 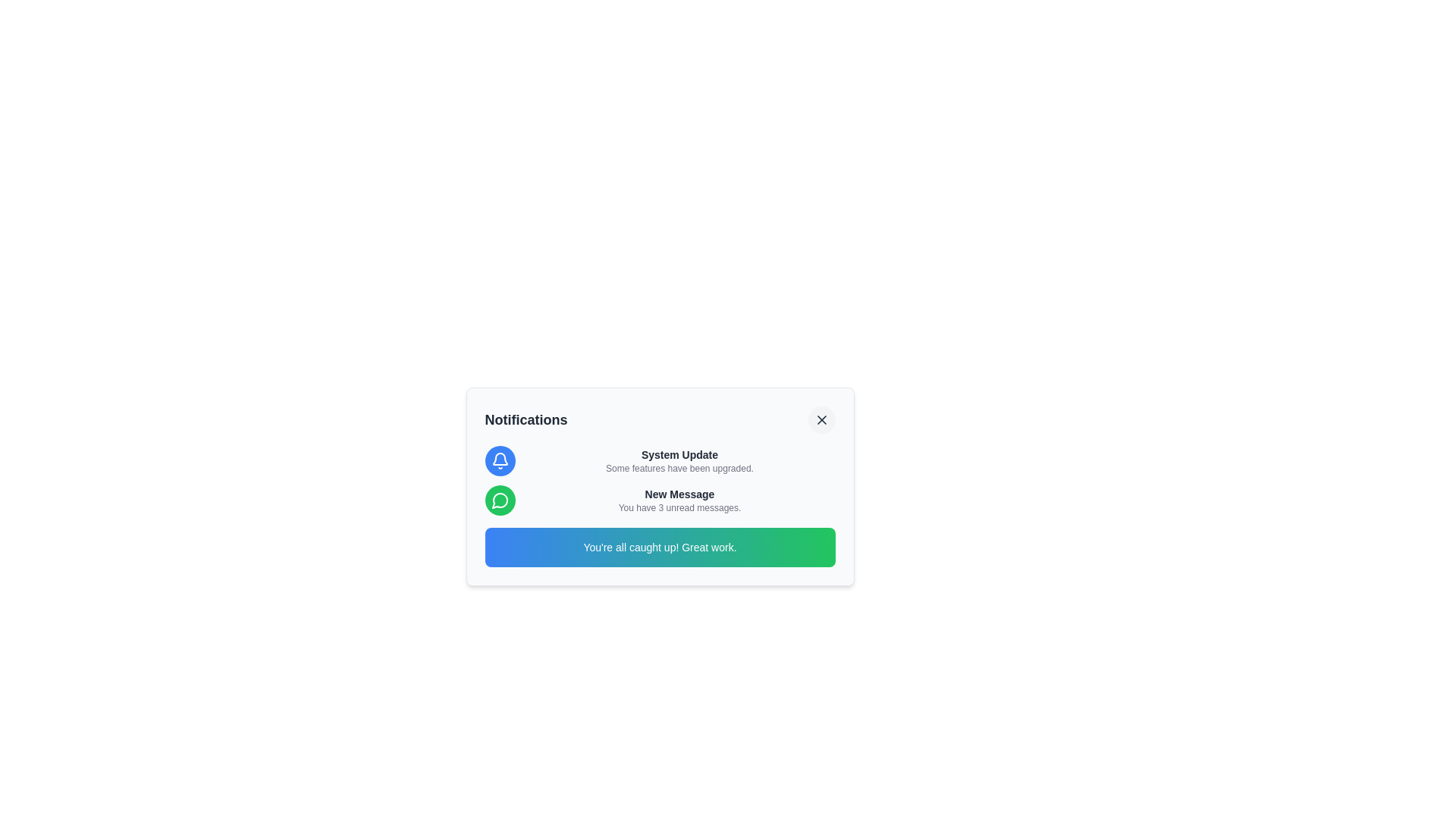 I want to click on the circular green chat bubble icon located in the lower-left part of the notification panel, below the title 'New Message', so click(x=499, y=500).